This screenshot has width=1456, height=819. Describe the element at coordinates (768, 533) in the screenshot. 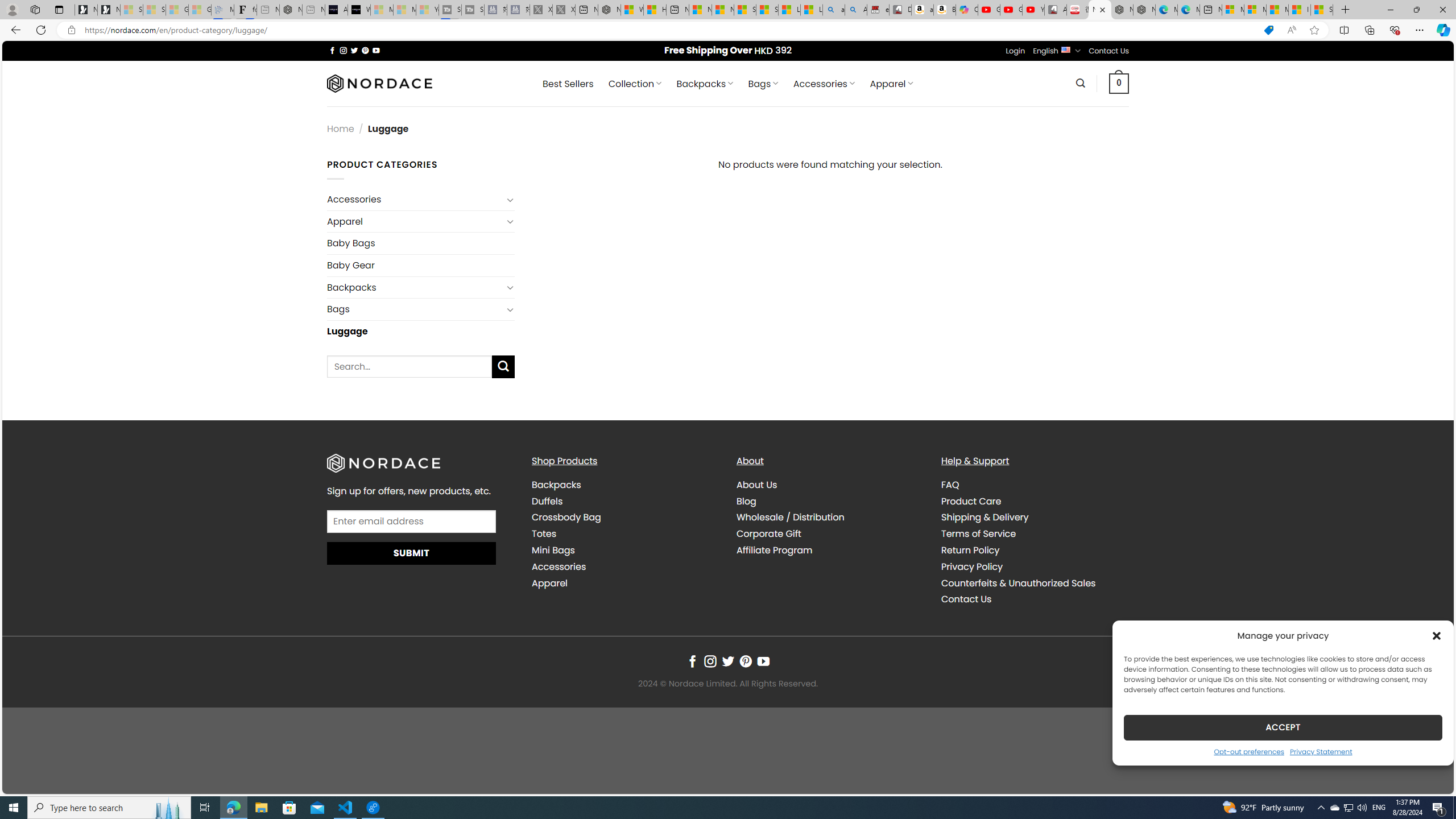

I see `'Corporate Gift'` at that location.